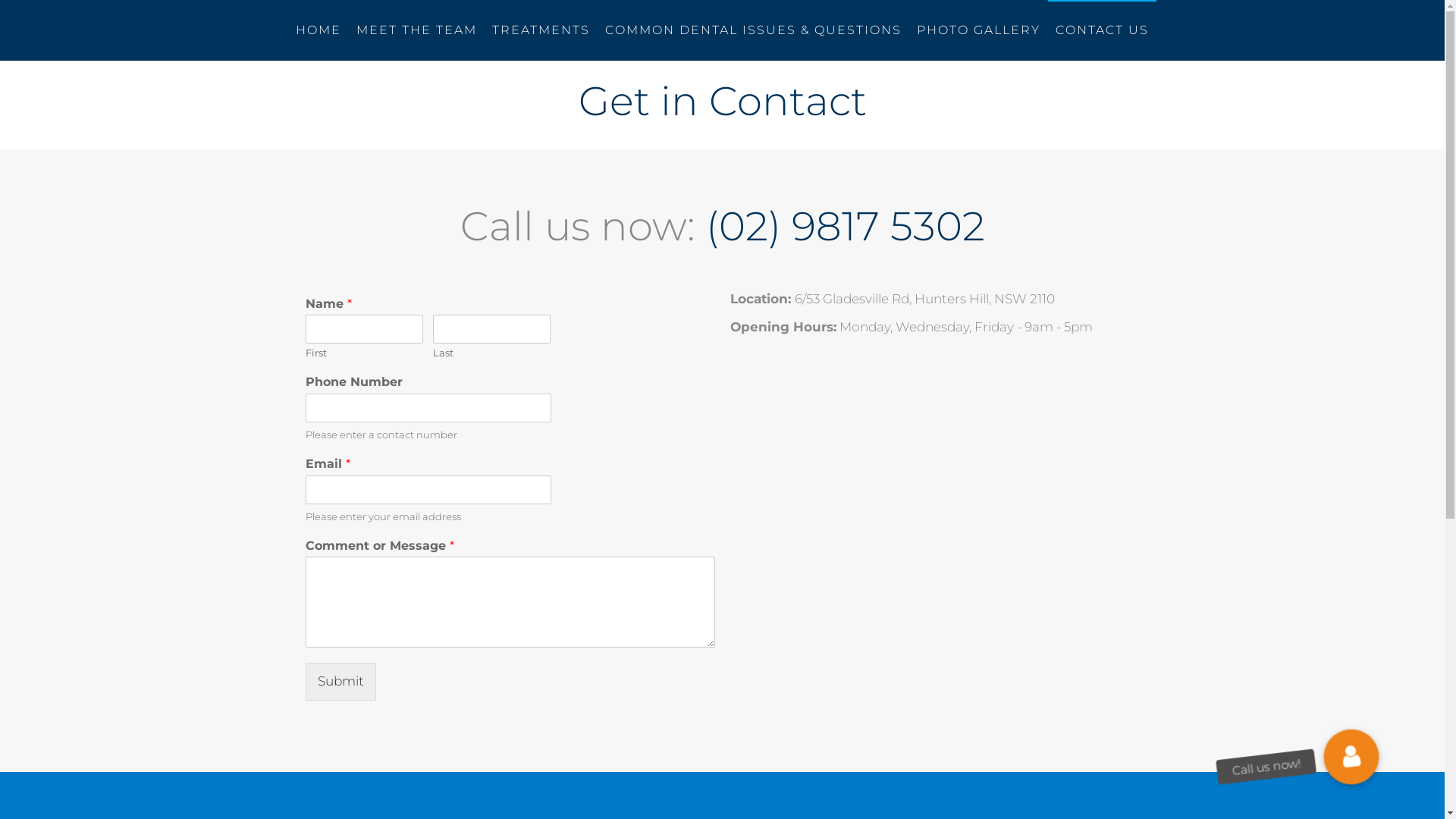 This screenshot has width=1456, height=819. I want to click on 'Submit', so click(339, 680).